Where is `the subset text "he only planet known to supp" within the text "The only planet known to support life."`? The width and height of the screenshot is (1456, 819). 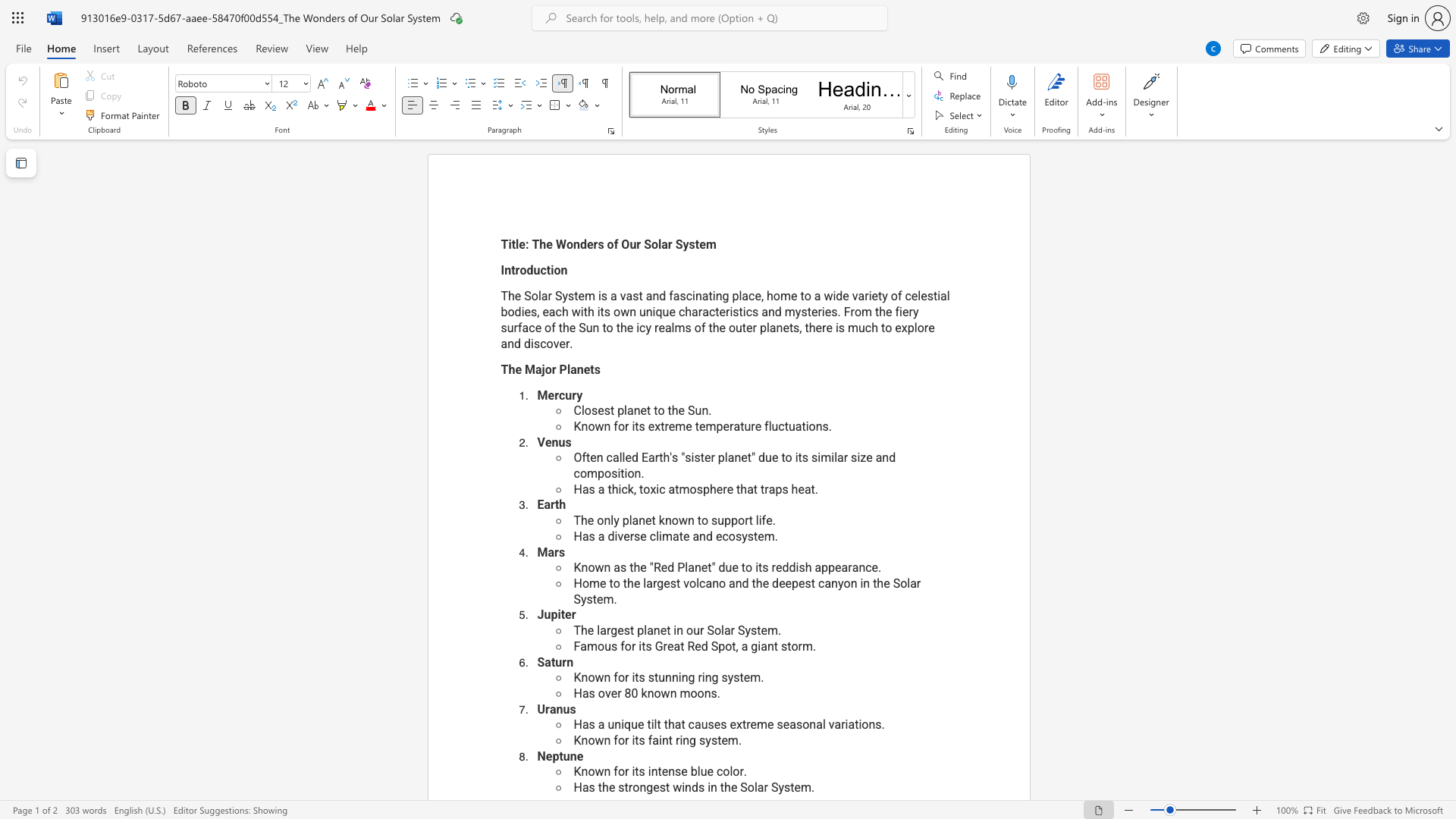 the subset text "he only planet known to supp" within the text "The only planet known to support life." is located at coordinates (580, 519).